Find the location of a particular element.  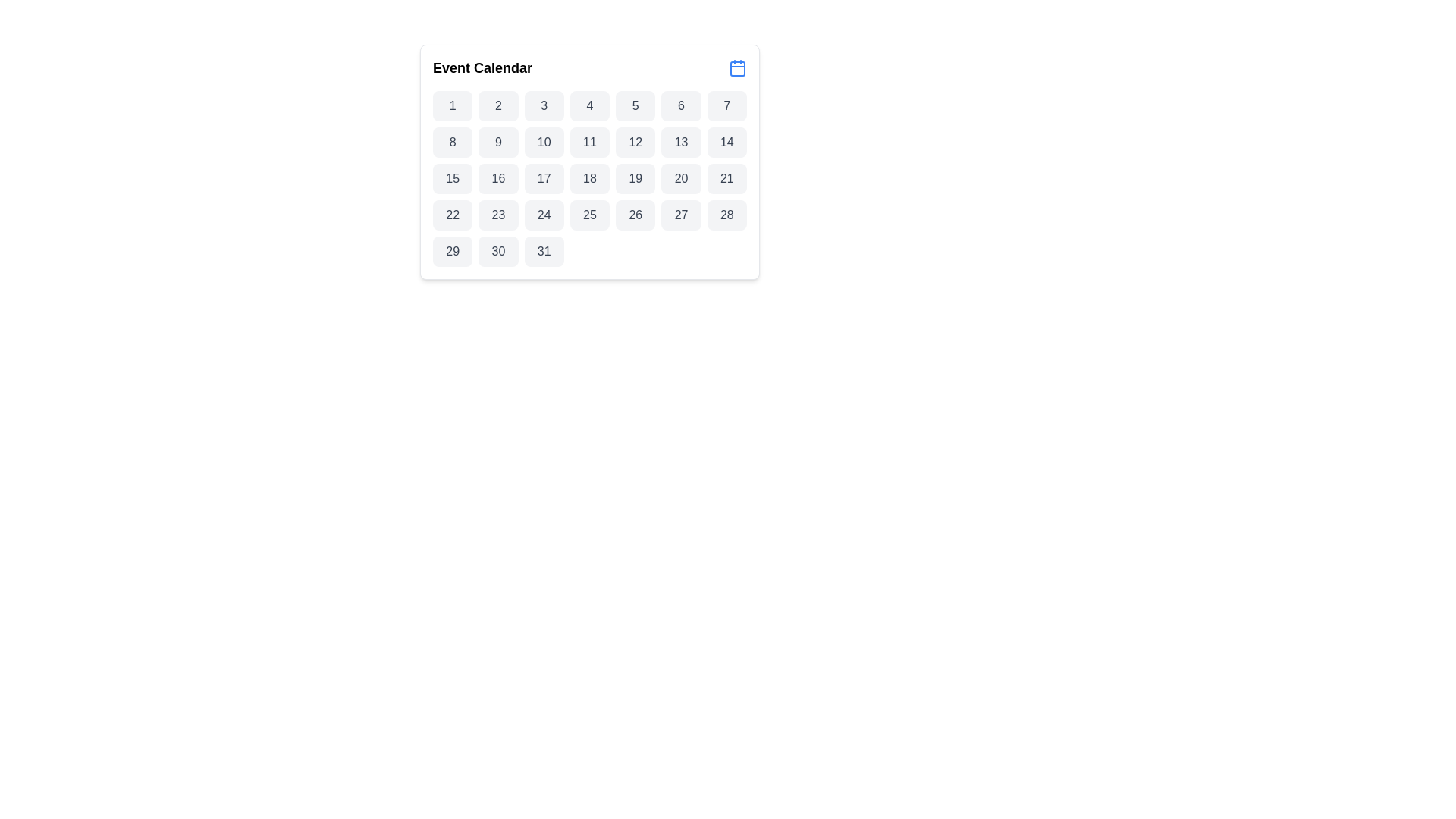

the calendar cell button labeled '3' is located at coordinates (544, 105).